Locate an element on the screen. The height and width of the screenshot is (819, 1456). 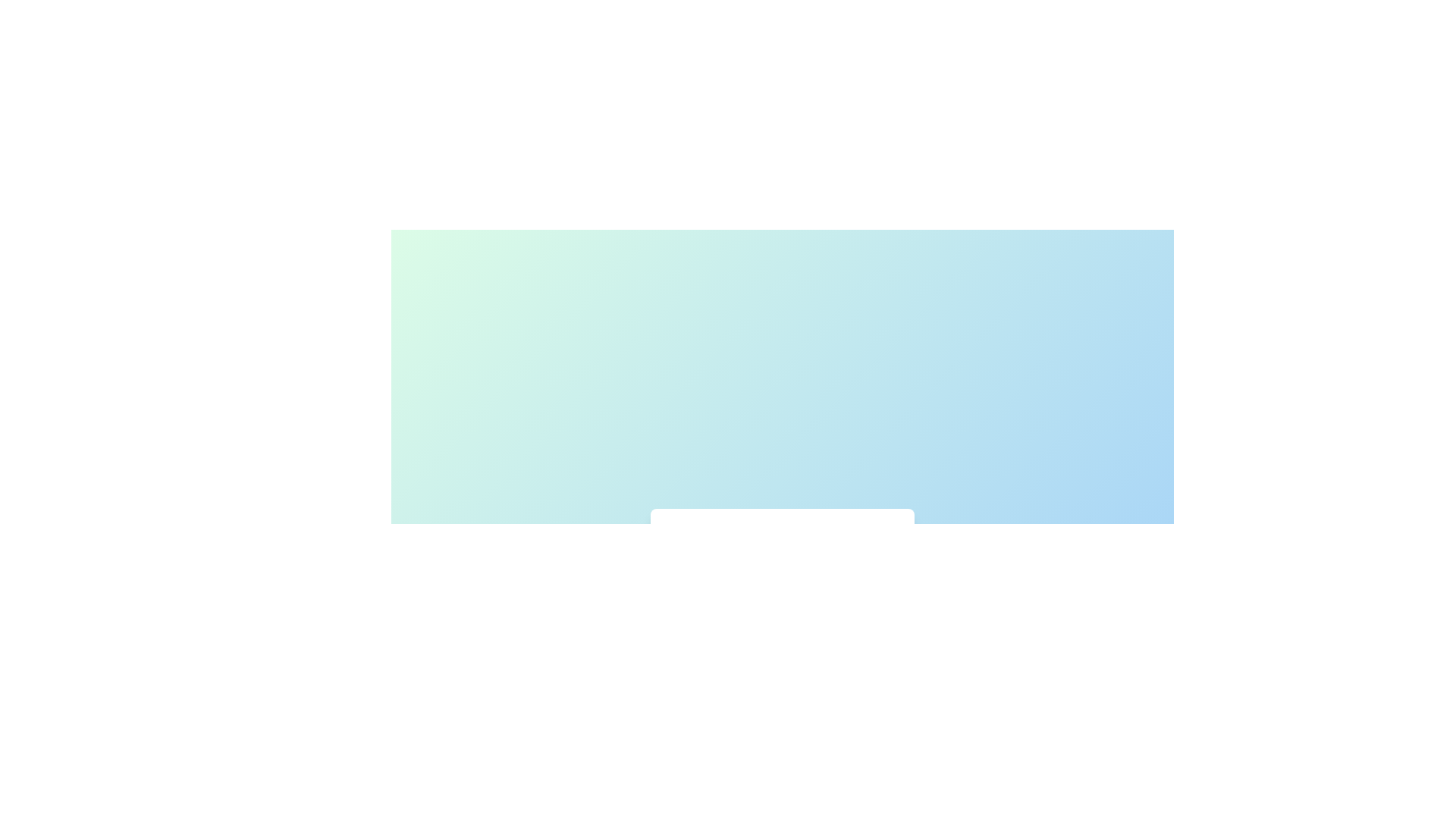
small rectangular component with rounded corners, styled in gray, which is the second rectangle in a row of three within the SVG QR code representation, using developer tools is located at coordinates (808, 591).